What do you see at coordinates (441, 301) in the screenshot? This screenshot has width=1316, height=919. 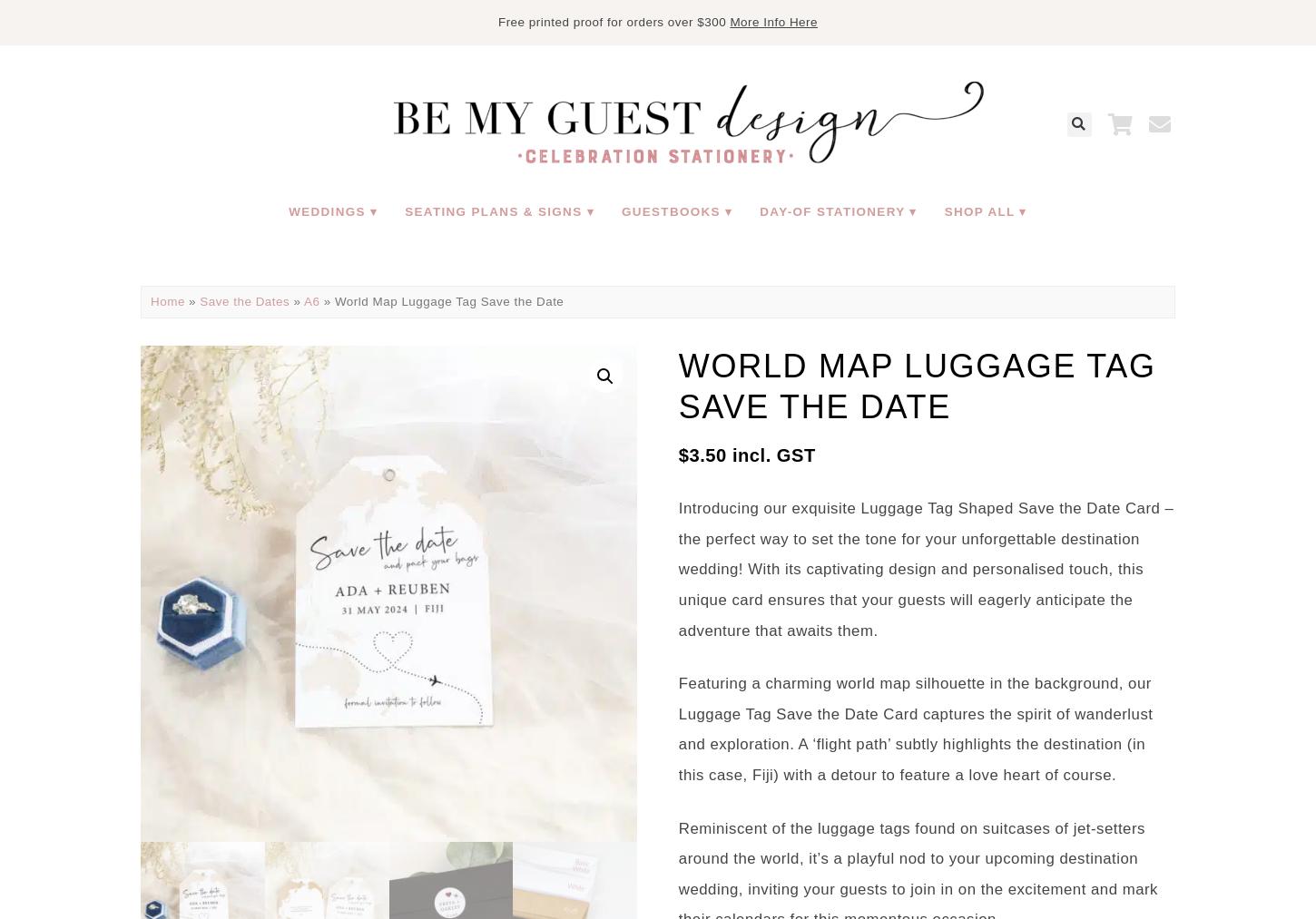 I see `'» World Map Luggage Tag Save the Date'` at bounding box center [441, 301].